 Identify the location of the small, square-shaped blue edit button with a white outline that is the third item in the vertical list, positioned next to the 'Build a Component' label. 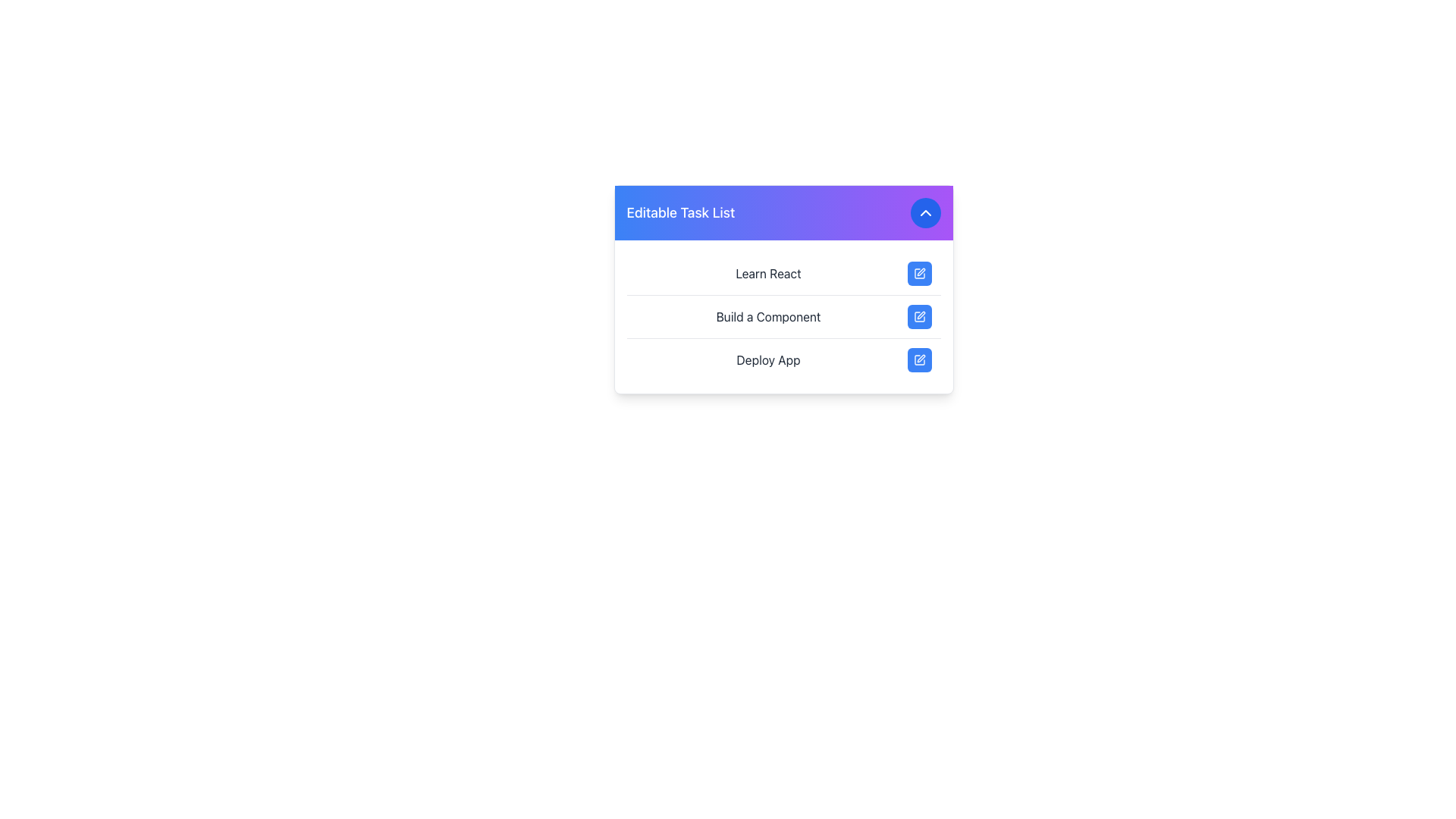
(918, 315).